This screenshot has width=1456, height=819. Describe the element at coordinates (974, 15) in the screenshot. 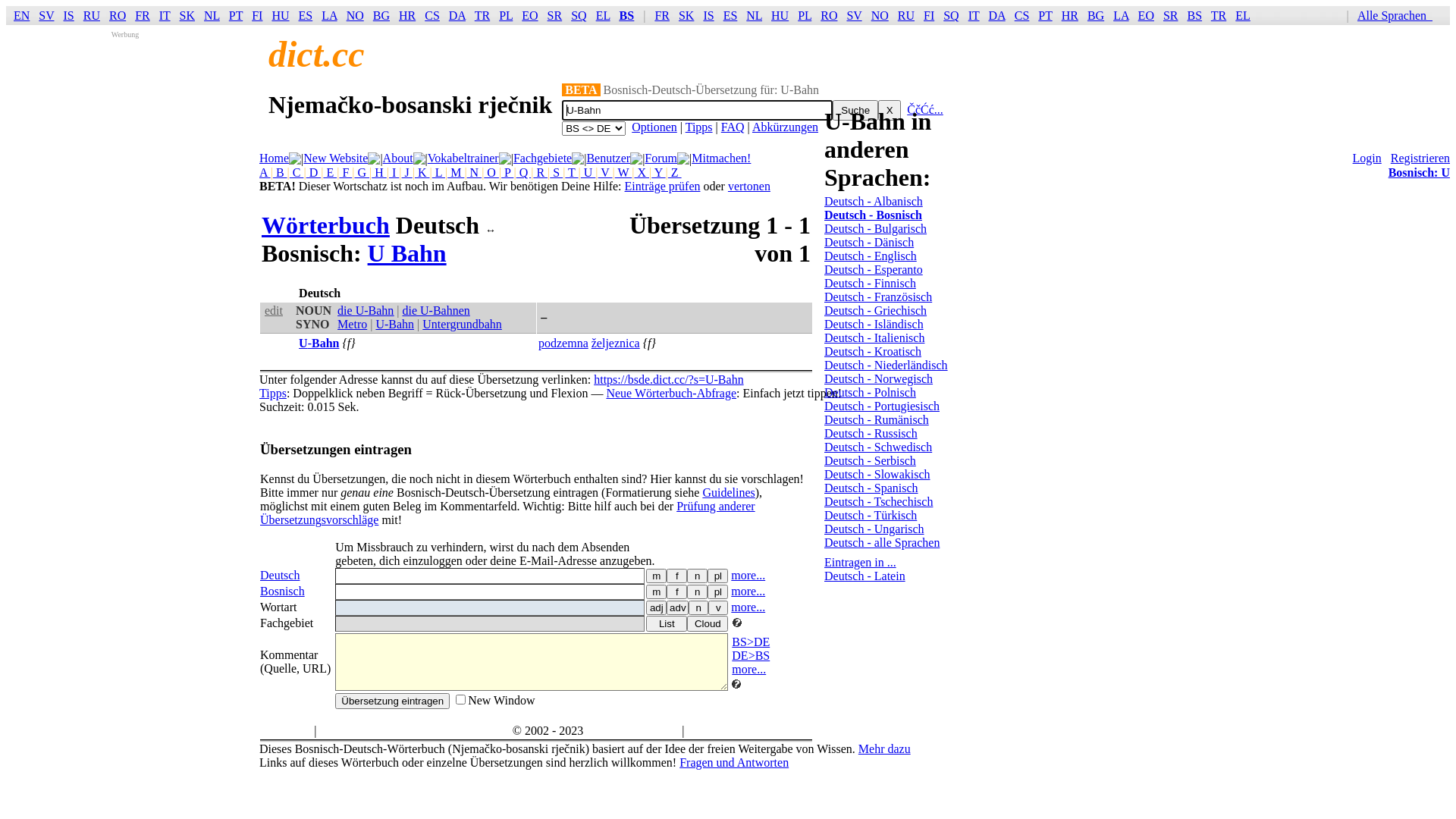

I see `'IT'` at that location.